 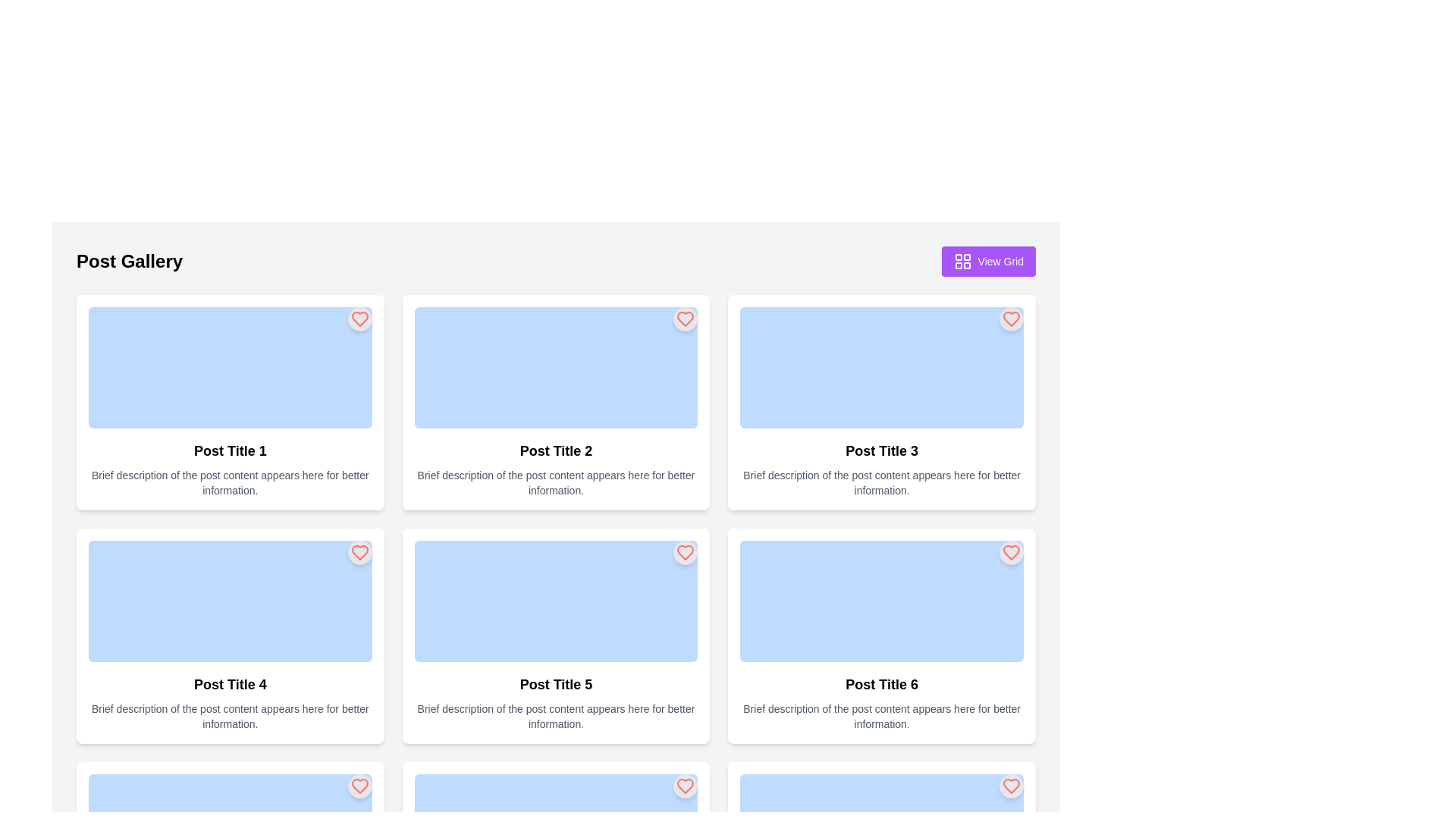 I want to click on the red heart icon outlined with a white background located in the top-right corner of the card for 'Post Title 4', so click(x=359, y=786).